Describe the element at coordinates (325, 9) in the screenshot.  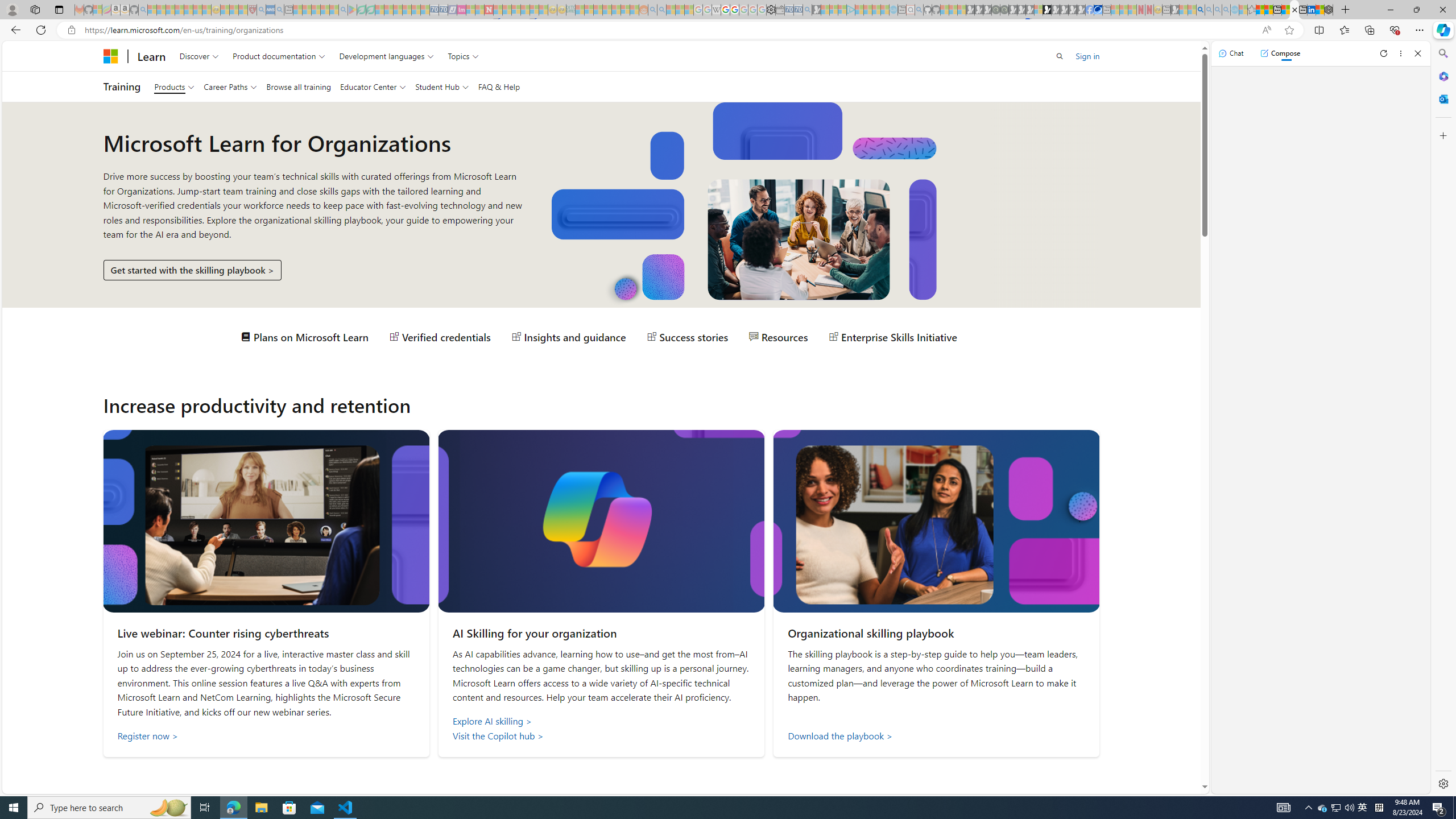
I see `'Pets - MSN - Sleeping'` at that location.